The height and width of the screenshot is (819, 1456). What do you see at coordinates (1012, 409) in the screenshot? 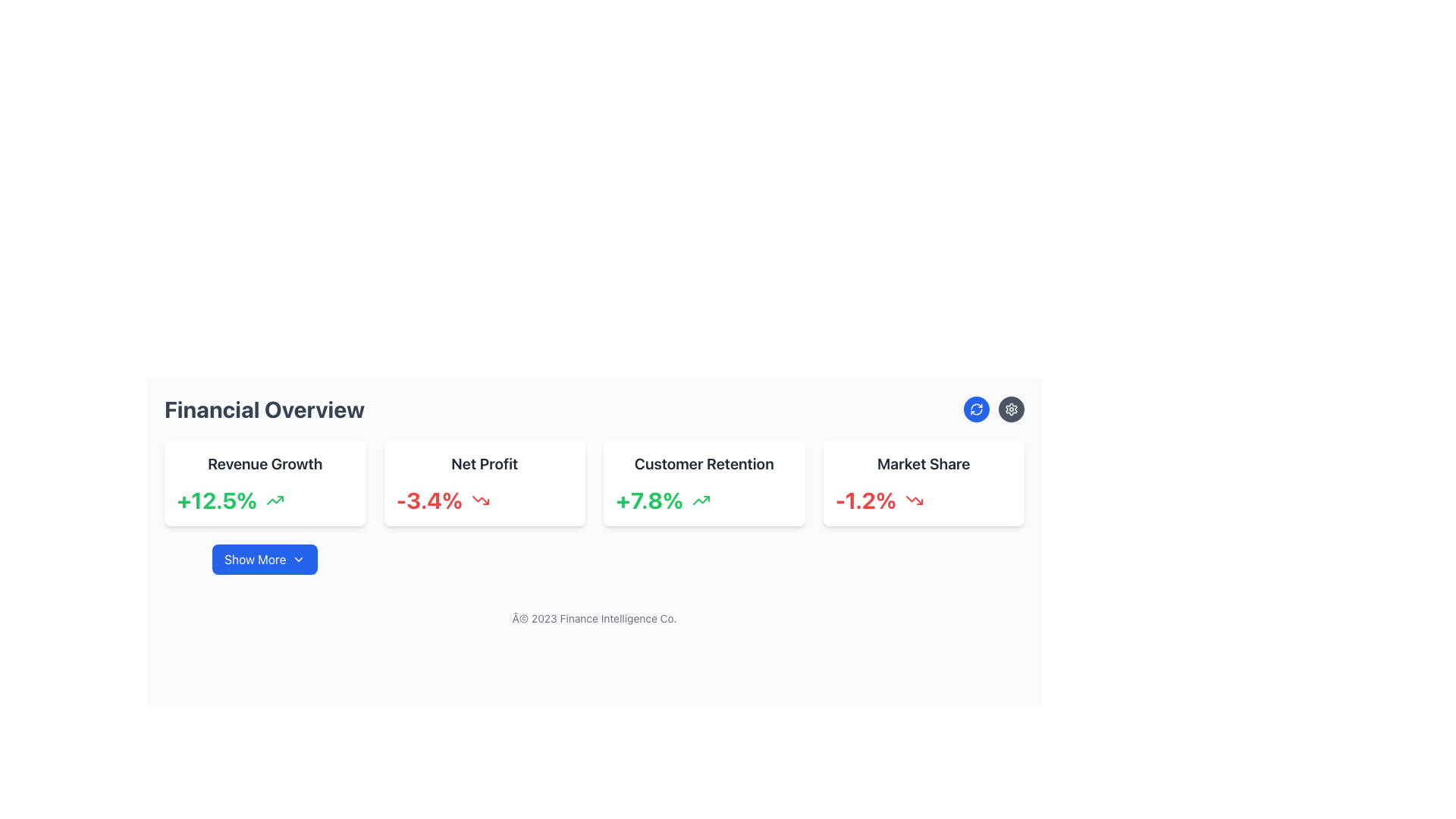
I see `the settings button located at the top-right corner of the main content area, which is the second button in a row of two, immediately to the right of a blue circular button, to show the context menu` at bounding box center [1012, 409].